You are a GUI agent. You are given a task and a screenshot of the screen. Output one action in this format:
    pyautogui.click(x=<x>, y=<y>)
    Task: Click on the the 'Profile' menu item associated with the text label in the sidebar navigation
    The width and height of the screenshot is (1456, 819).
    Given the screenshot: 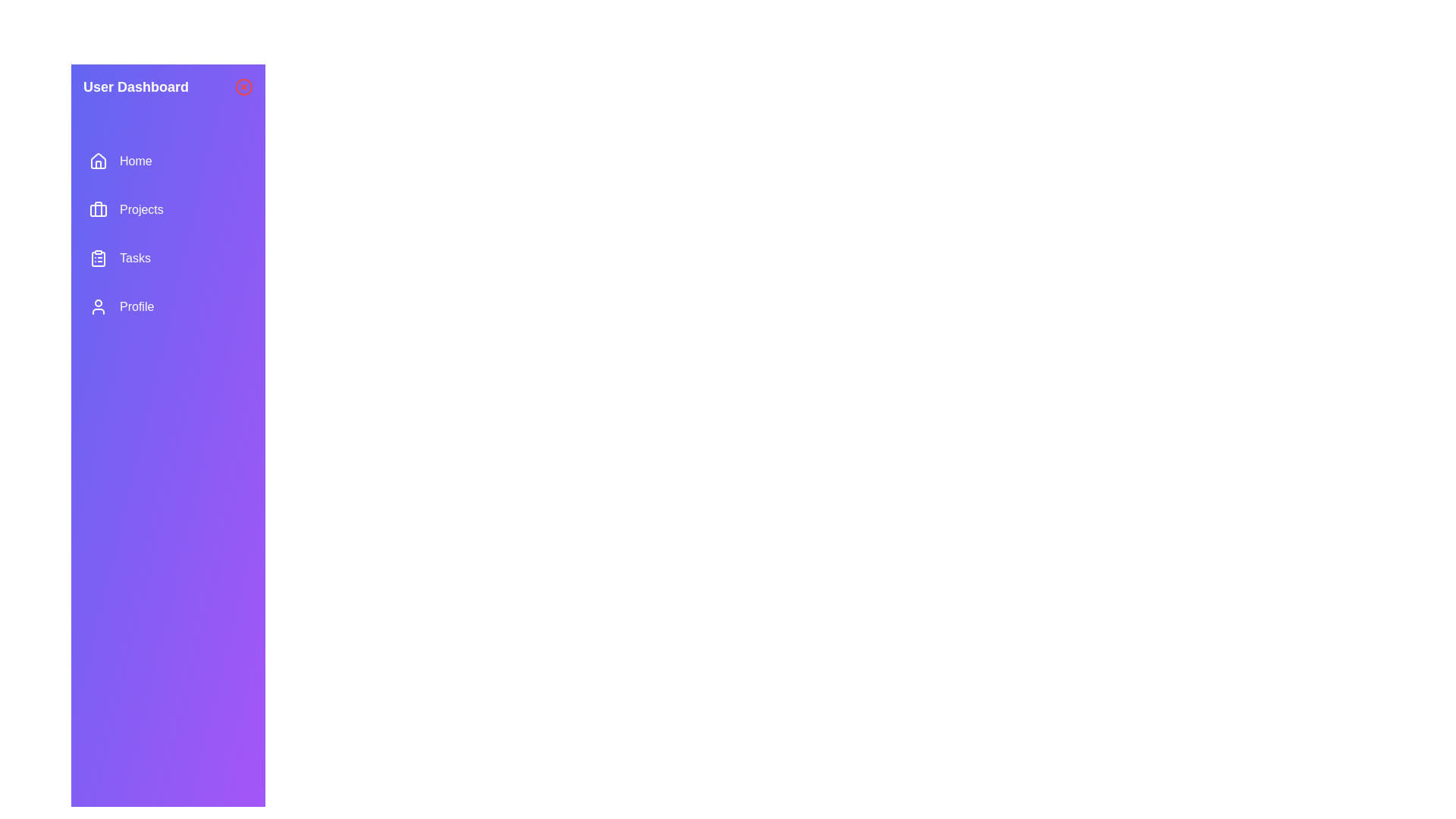 What is the action you would take?
    pyautogui.click(x=136, y=307)
    